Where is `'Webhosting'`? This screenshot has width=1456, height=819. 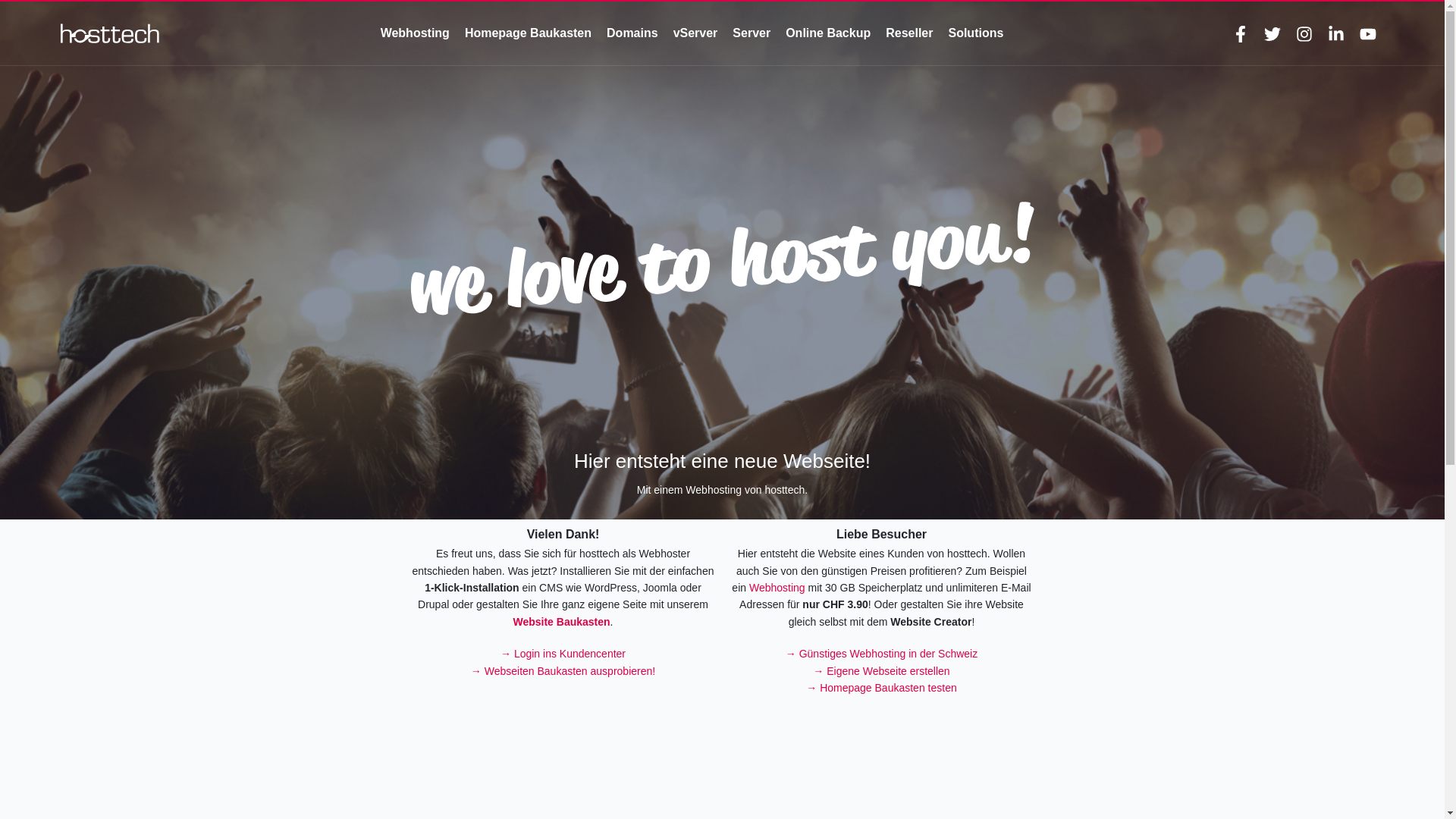
'Webhosting' is located at coordinates (777, 587).